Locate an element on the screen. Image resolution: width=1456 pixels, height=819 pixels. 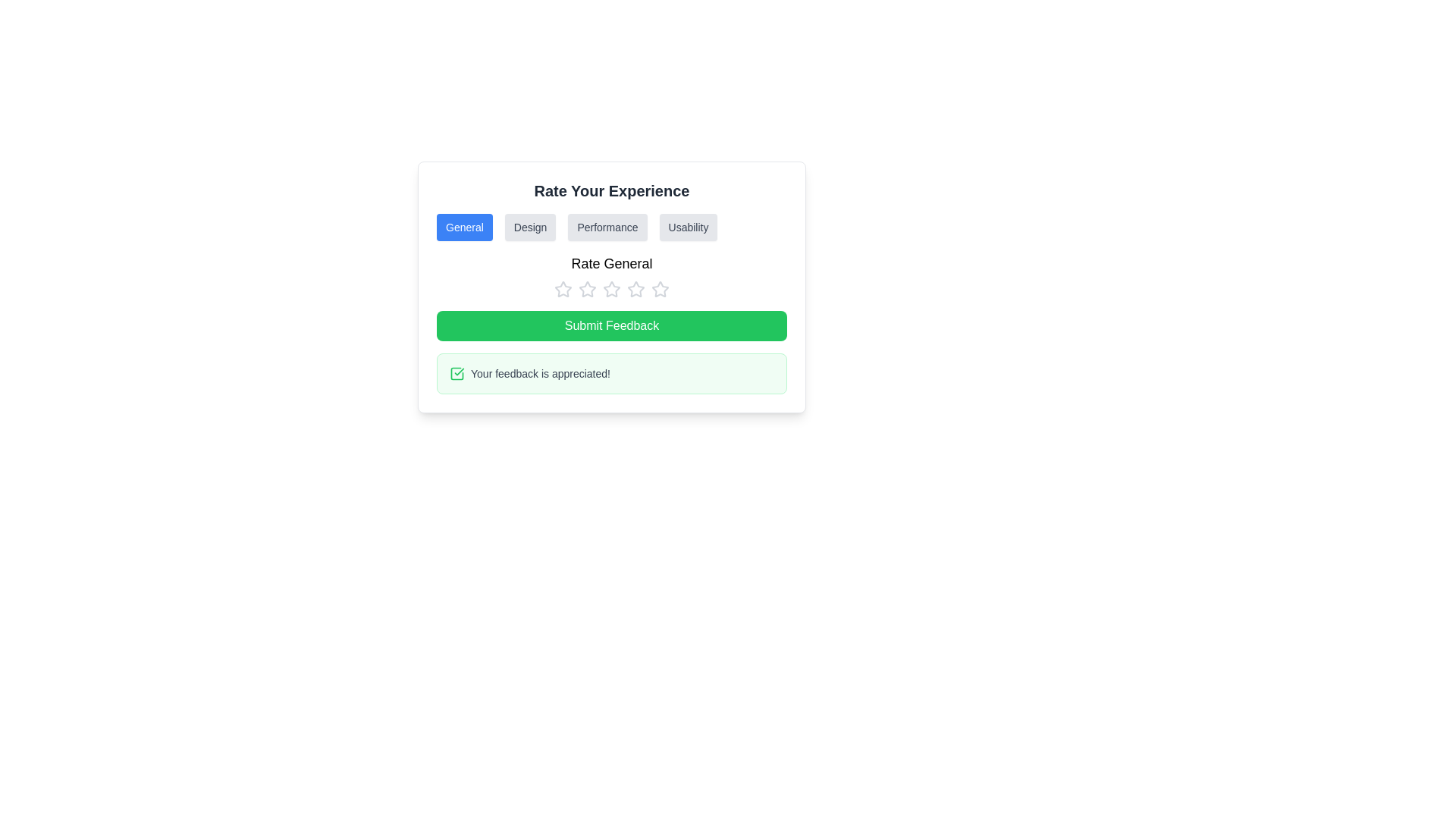
the fourth star icon in the 'Rate General' section to rate it is located at coordinates (636, 289).